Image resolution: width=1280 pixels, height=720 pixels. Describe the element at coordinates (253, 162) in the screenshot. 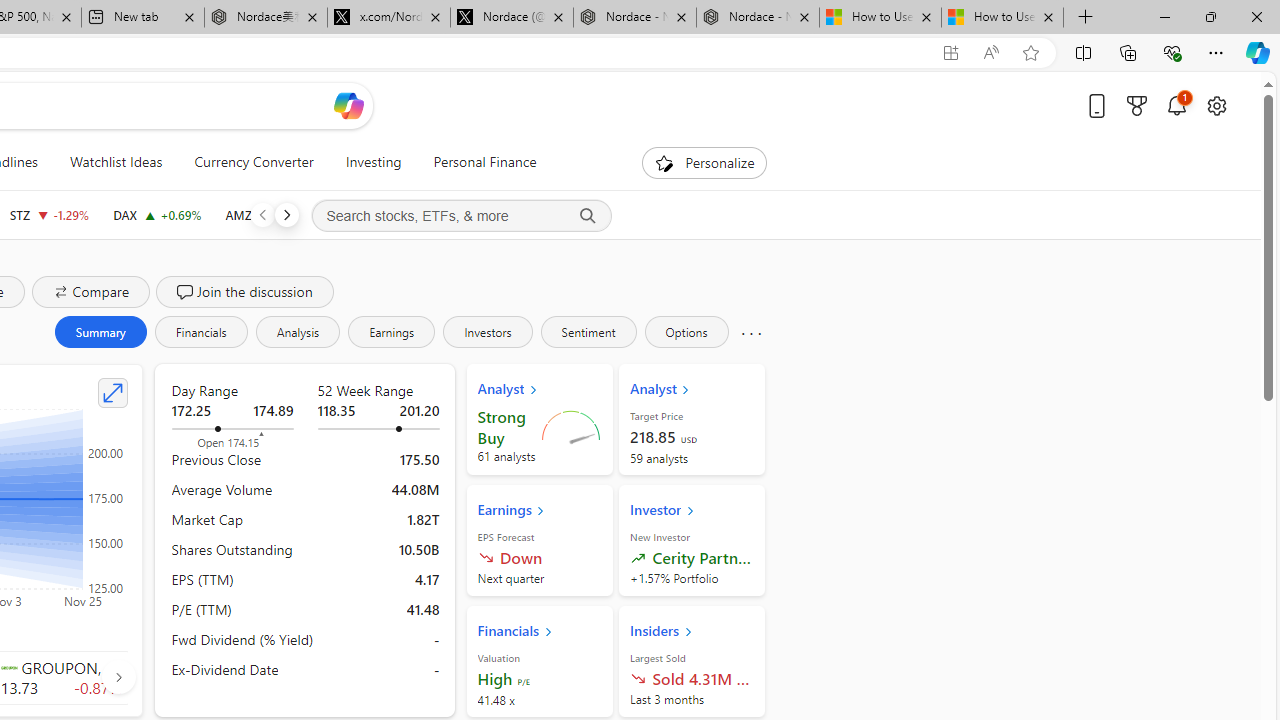

I see `'Currency Converter'` at that location.